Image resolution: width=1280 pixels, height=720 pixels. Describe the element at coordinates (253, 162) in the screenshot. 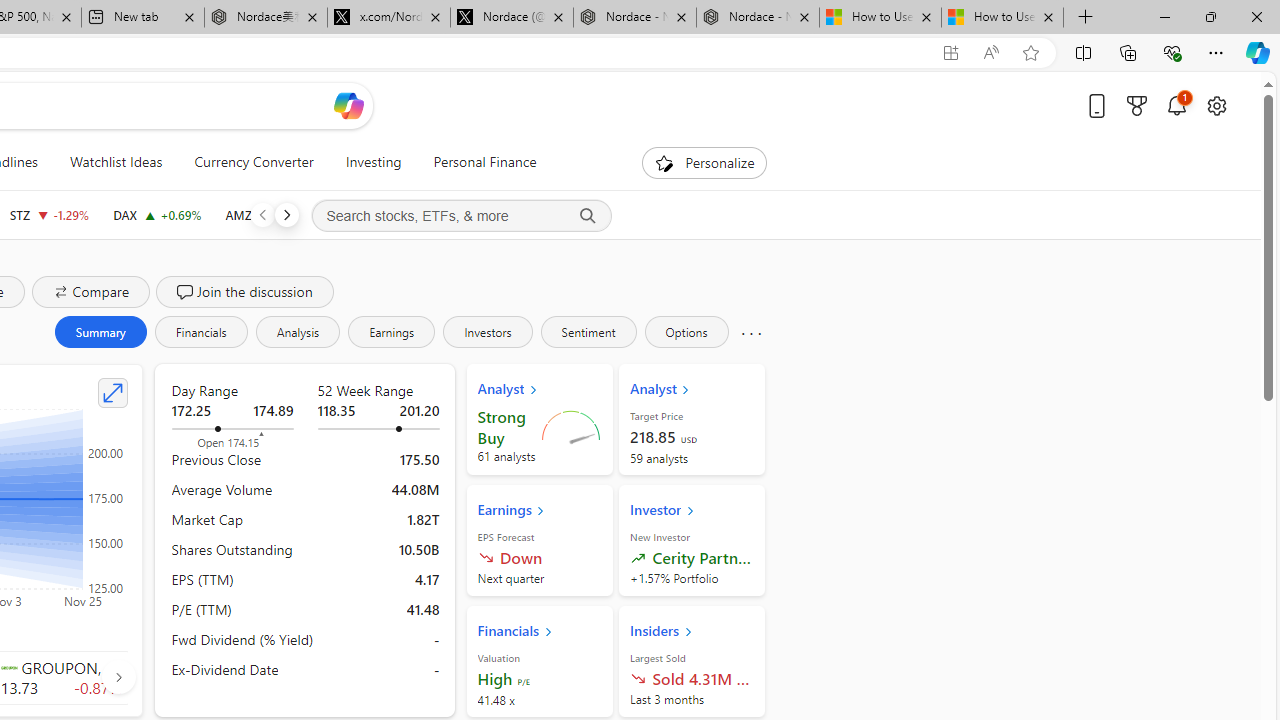

I see `'Currency Converter'` at that location.